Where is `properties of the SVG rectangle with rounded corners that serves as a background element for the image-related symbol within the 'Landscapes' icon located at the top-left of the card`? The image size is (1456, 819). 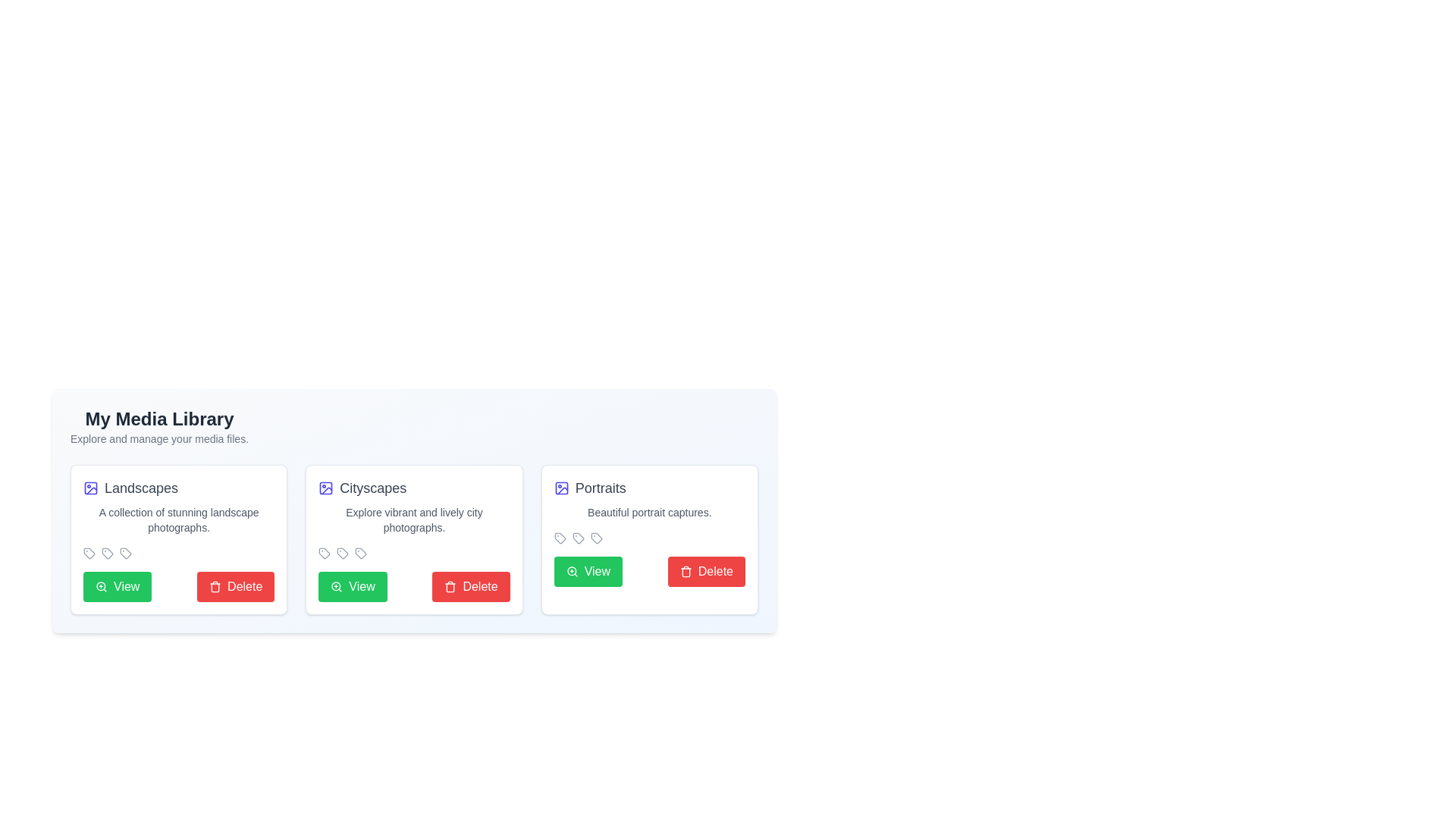
properties of the SVG rectangle with rounded corners that serves as a background element for the image-related symbol within the 'Landscapes' icon located at the top-left of the card is located at coordinates (90, 488).